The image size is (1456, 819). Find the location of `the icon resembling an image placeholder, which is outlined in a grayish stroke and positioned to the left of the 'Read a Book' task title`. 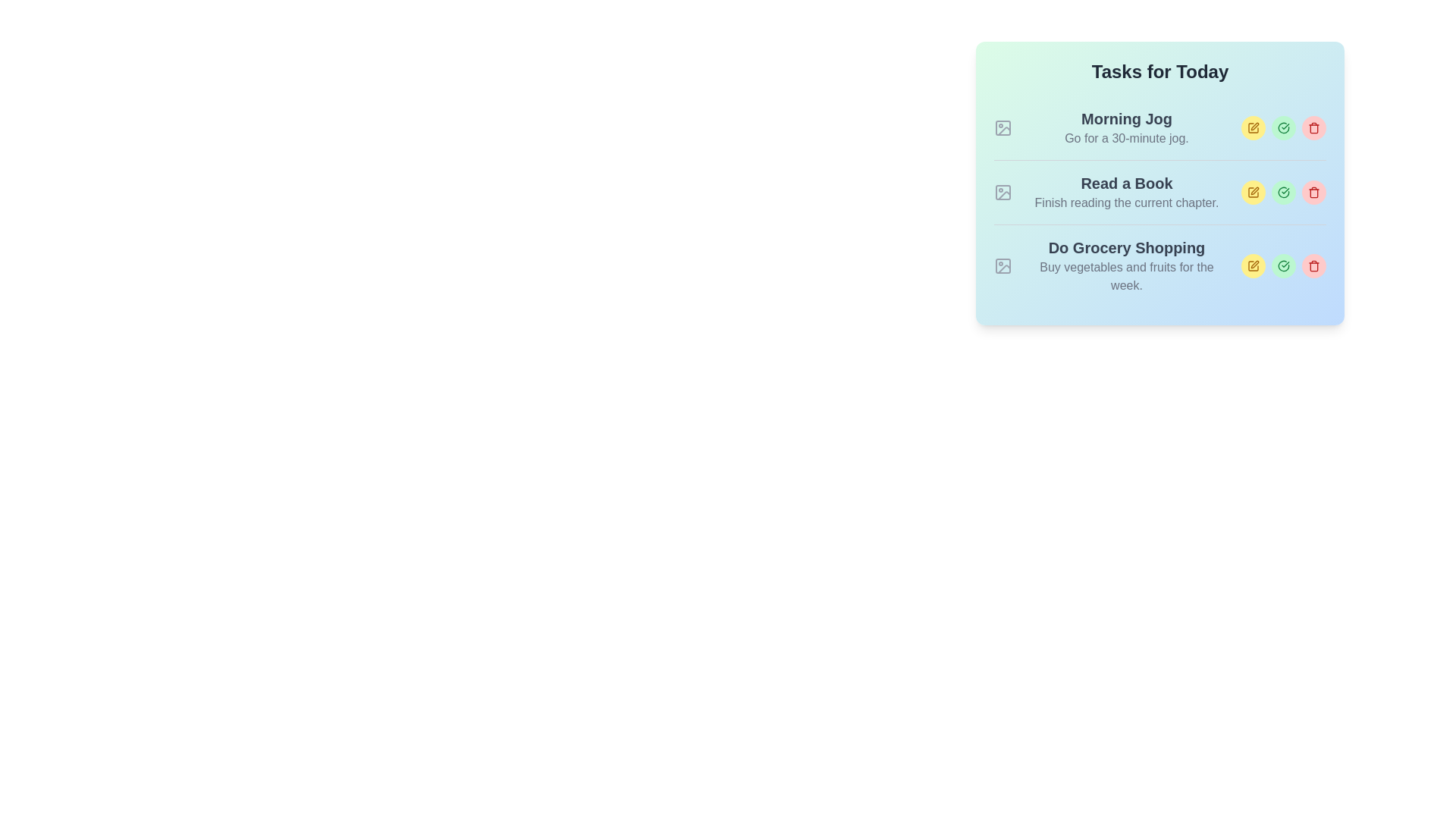

the icon resembling an image placeholder, which is outlined in a grayish stroke and positioned to the left of the 'Read a Book' task title is located at coordinates (1003, 192).